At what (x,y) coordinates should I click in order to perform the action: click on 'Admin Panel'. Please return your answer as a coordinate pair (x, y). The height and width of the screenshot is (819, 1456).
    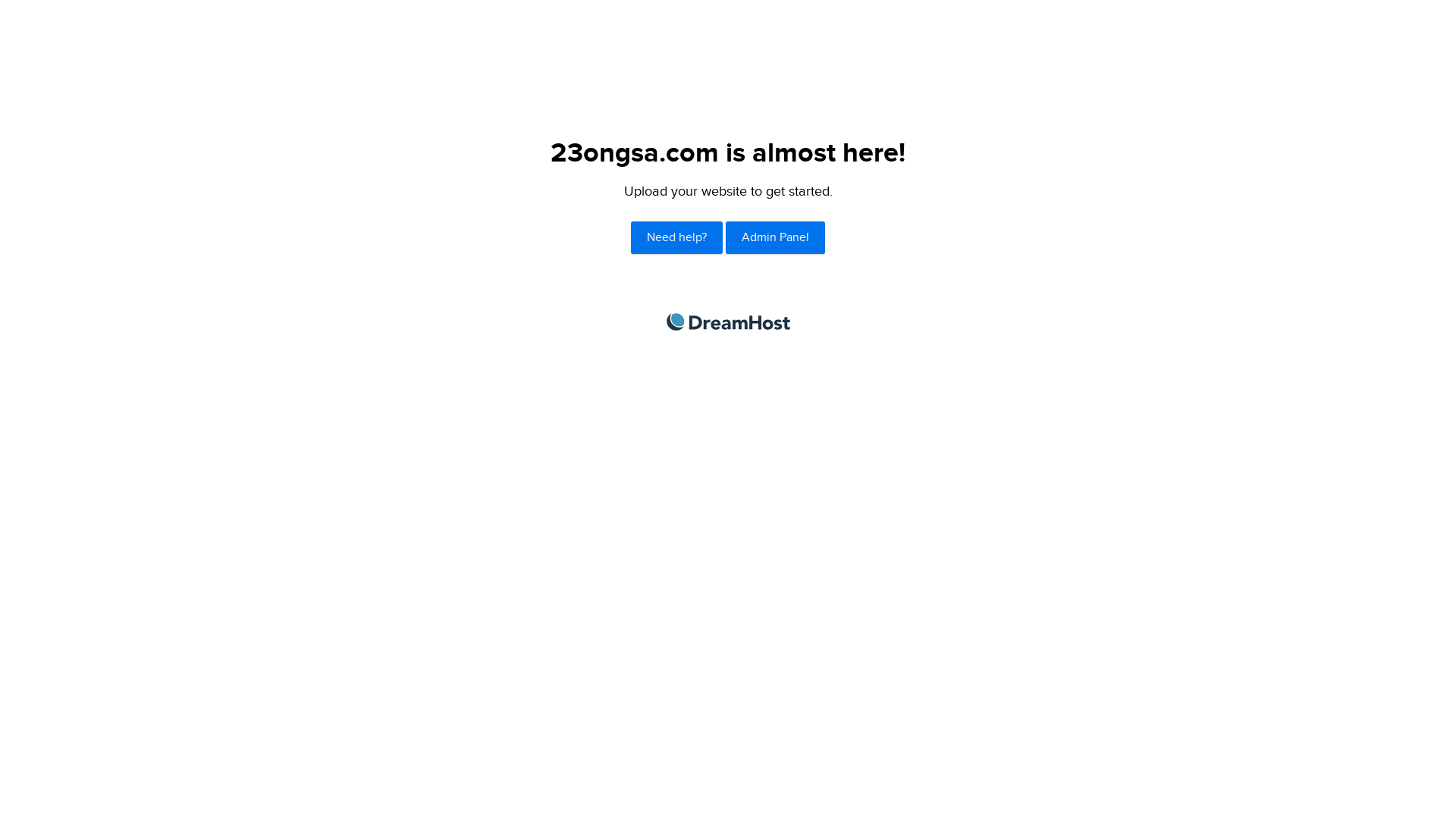
    Looking at the image, I should click on (775, 237).